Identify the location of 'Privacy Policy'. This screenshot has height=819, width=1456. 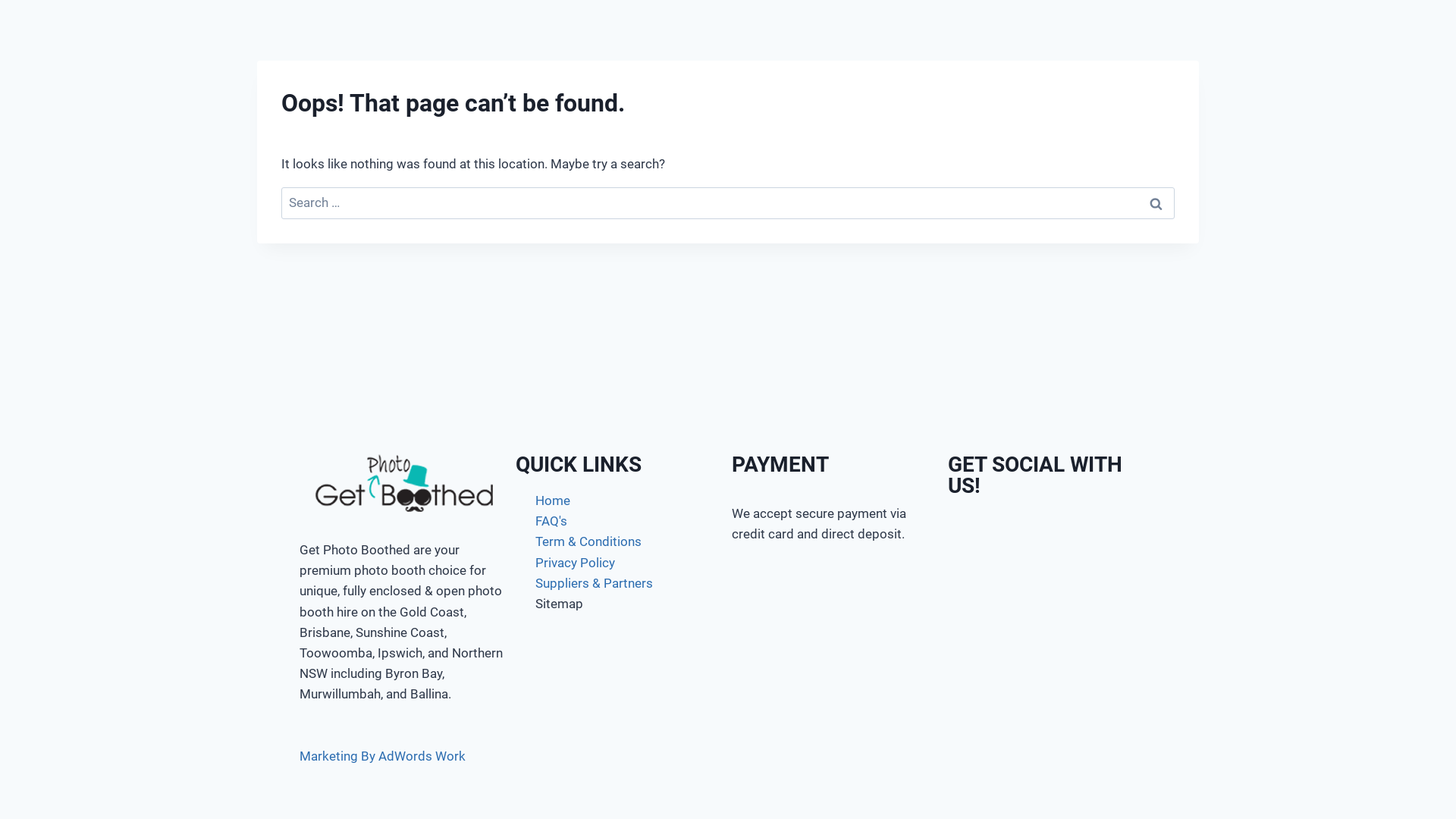
(620, 563).